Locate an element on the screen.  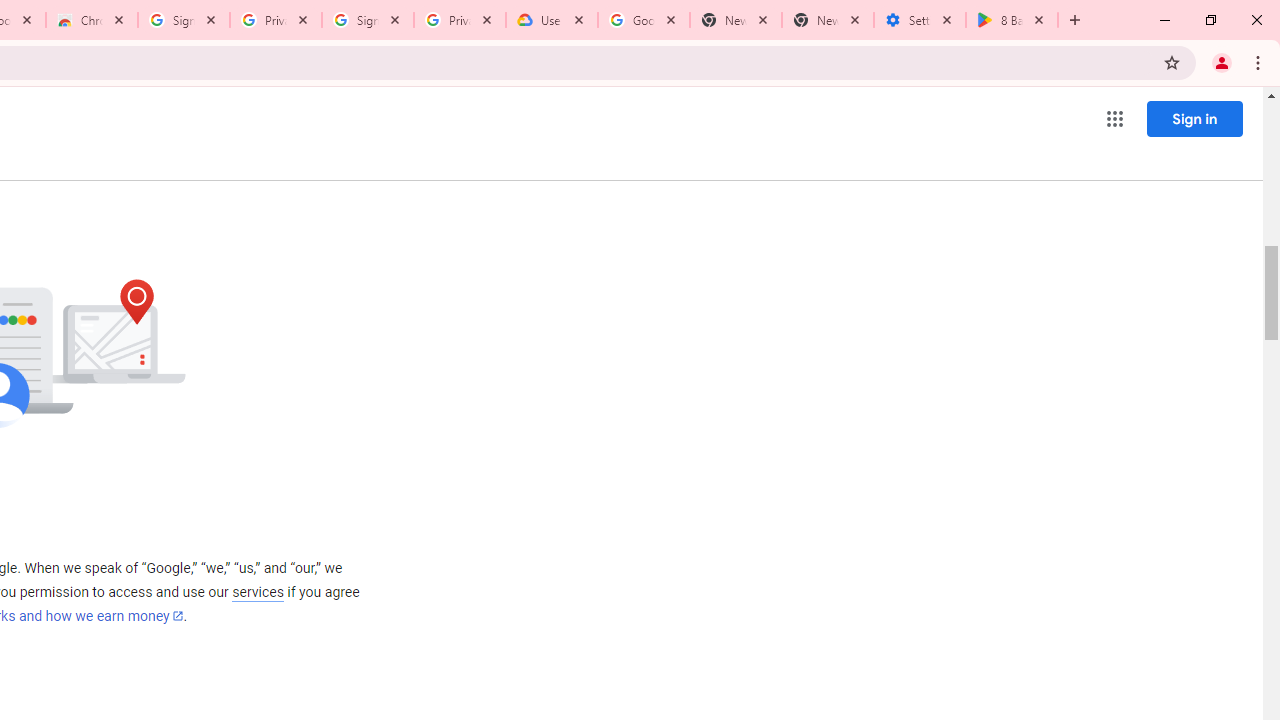
'Sign in - Google Accounts' is located at coordinates (184, 20).